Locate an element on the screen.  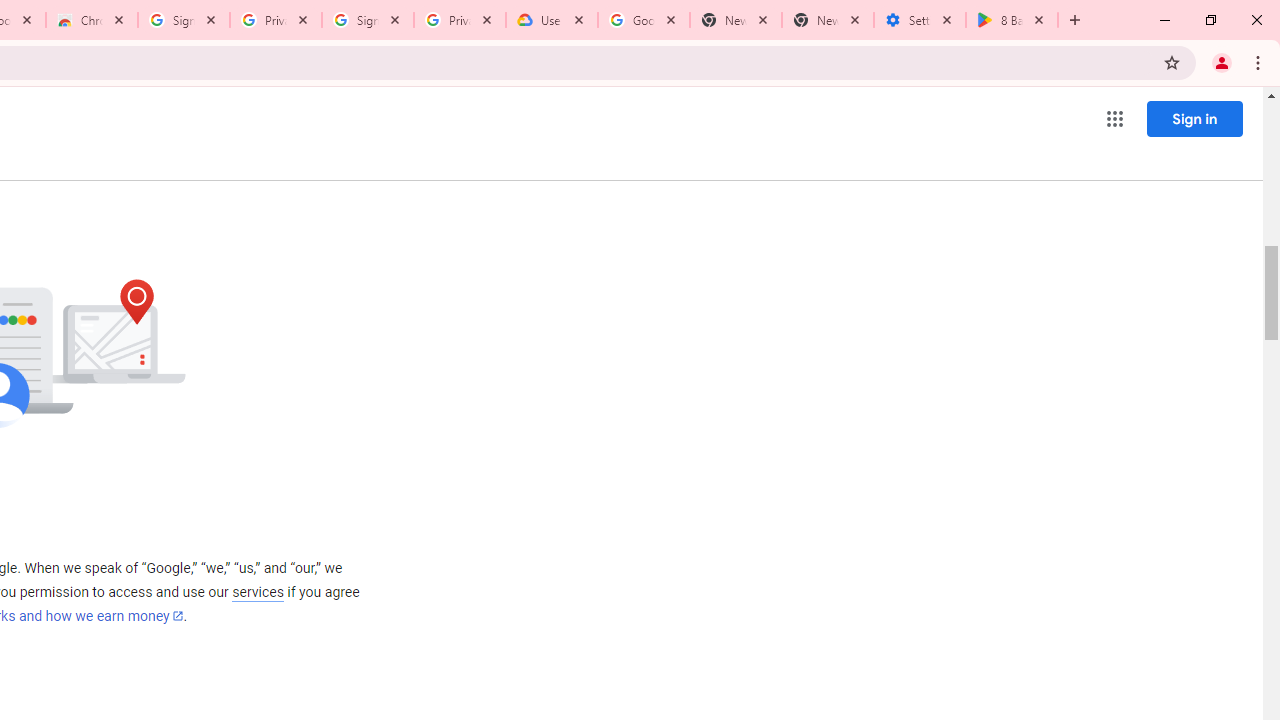
'Sign in - Google Accounts' is located at coordinates (184, 20).